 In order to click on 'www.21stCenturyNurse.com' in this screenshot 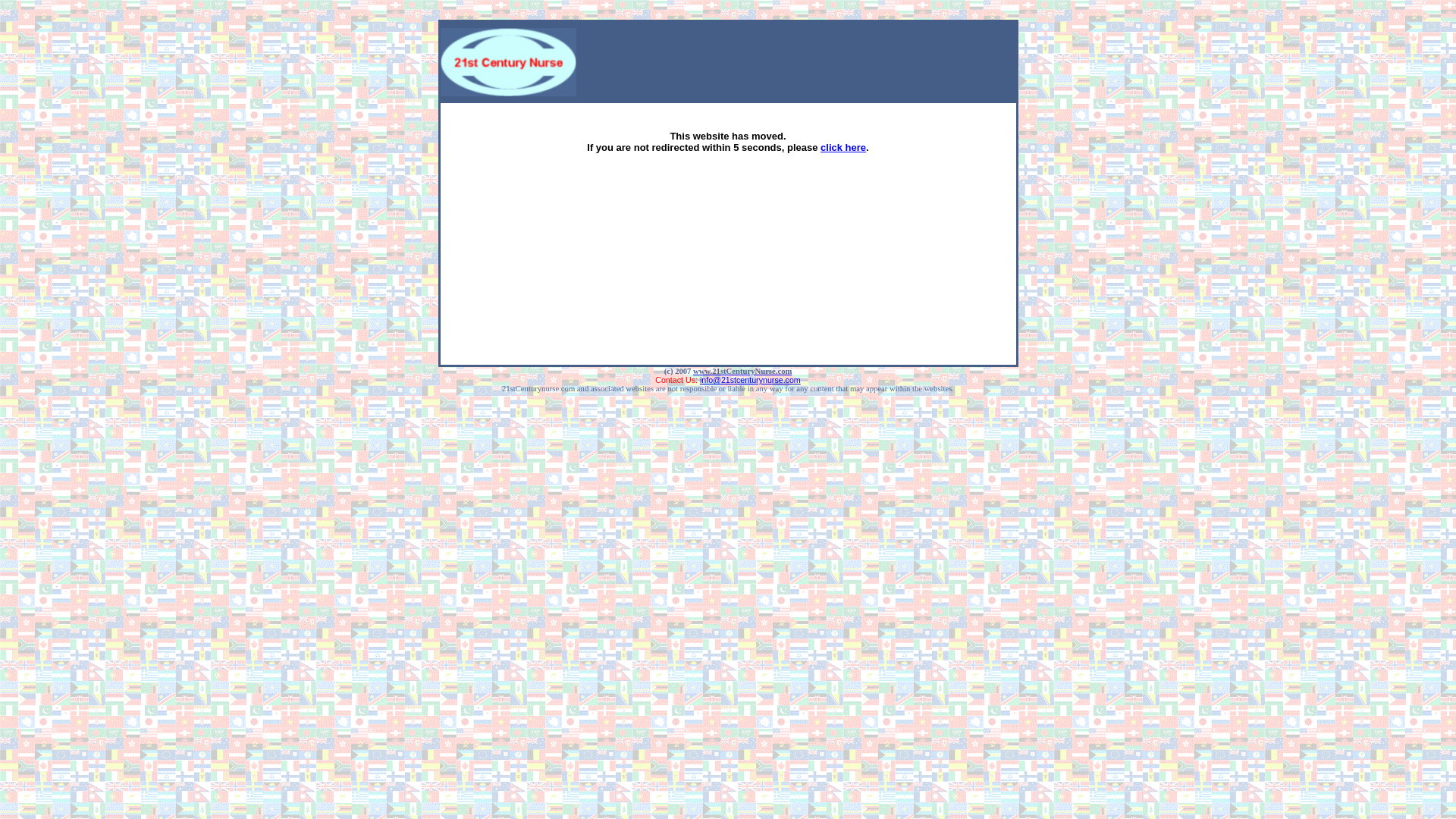, I will do `click(742, 371)`.